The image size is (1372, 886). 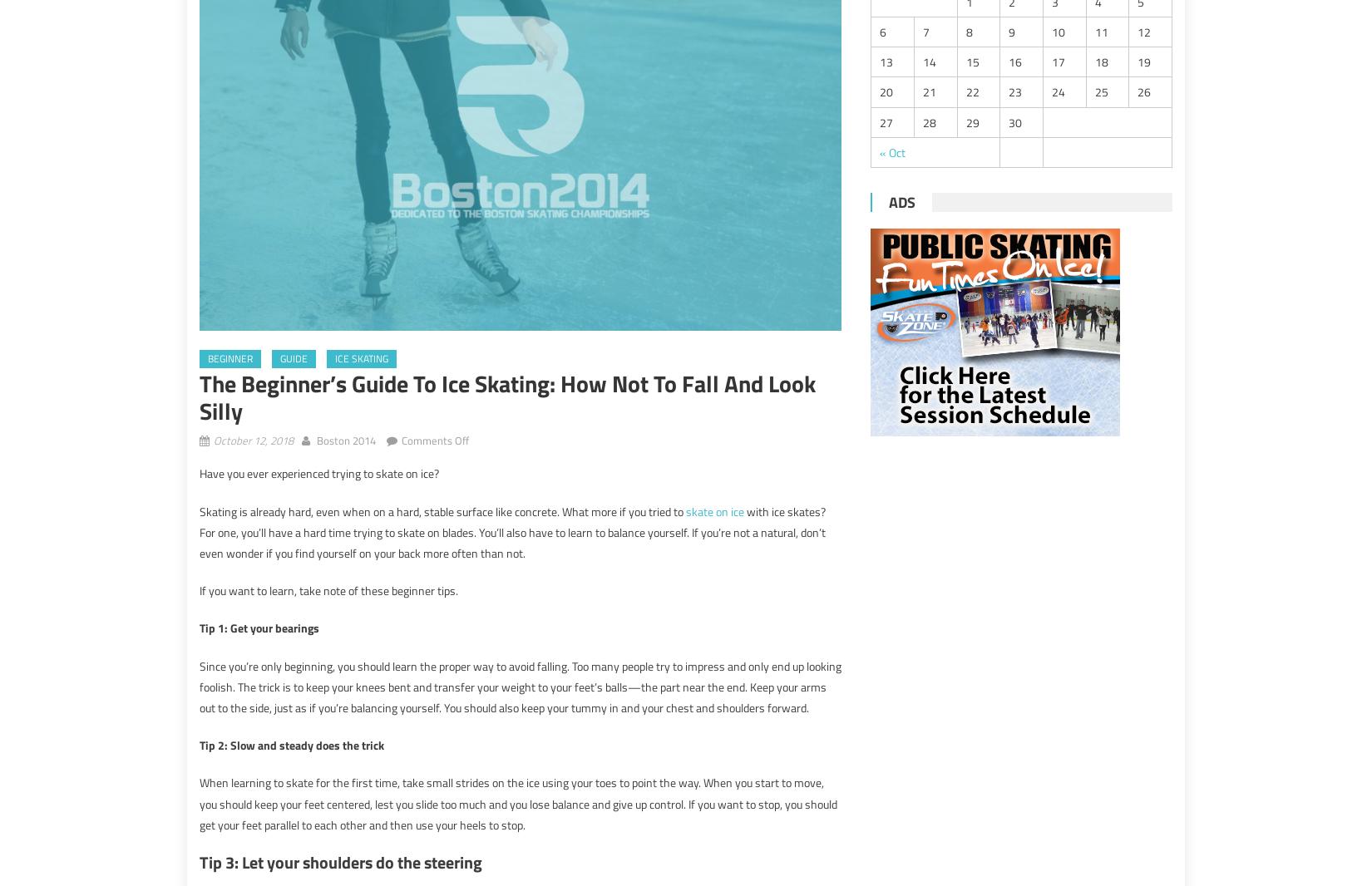 I want to click on 'beginner', so click(x=230, y=358).